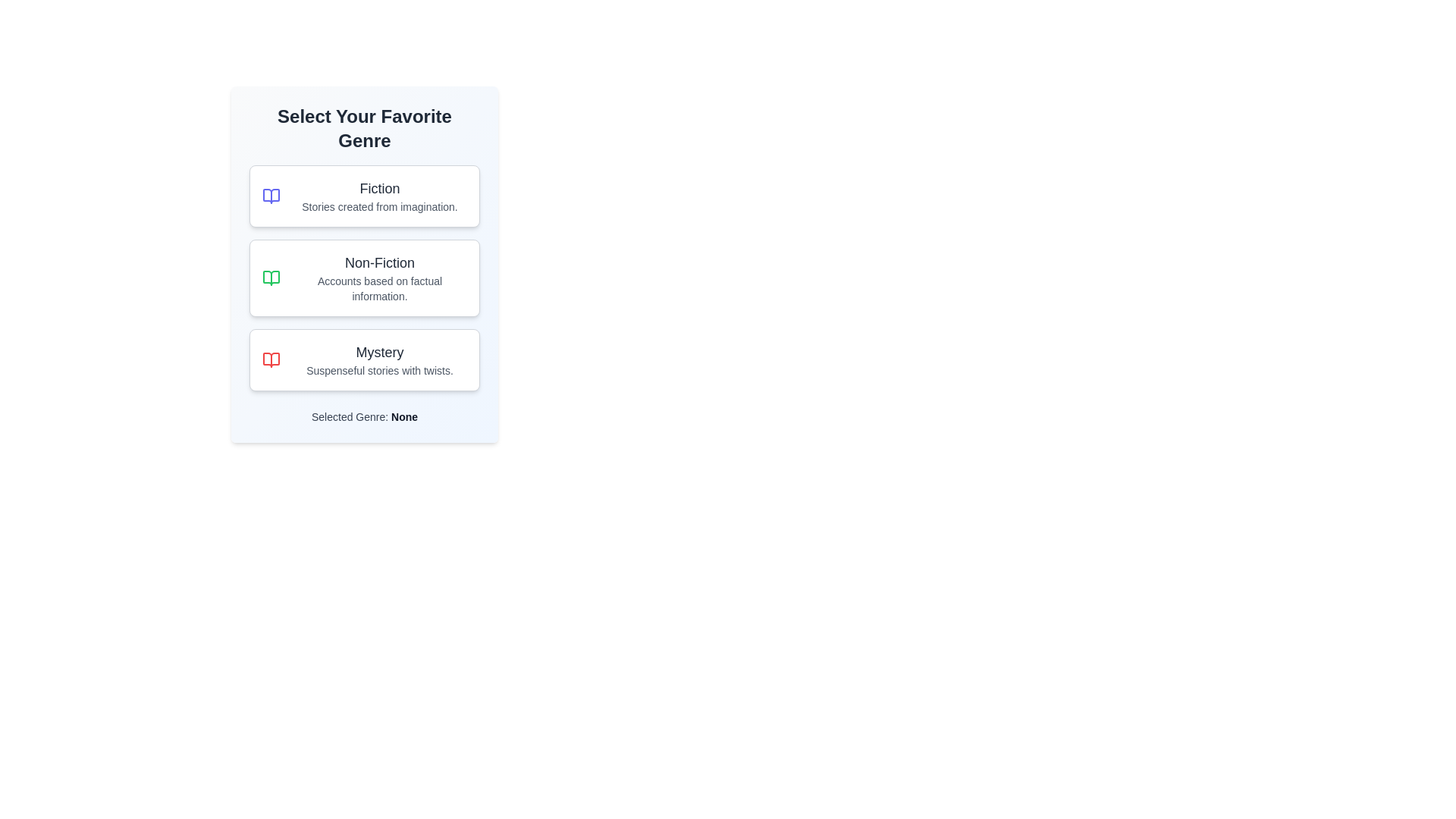 The width and height of the screenshot is (1456, 819). I want to click on the decorative icon representing the 'Non-Fiction' button in the 'Select Your Favorite Genre' list to visually reinforce the selection theme for users, so click(271, 278).